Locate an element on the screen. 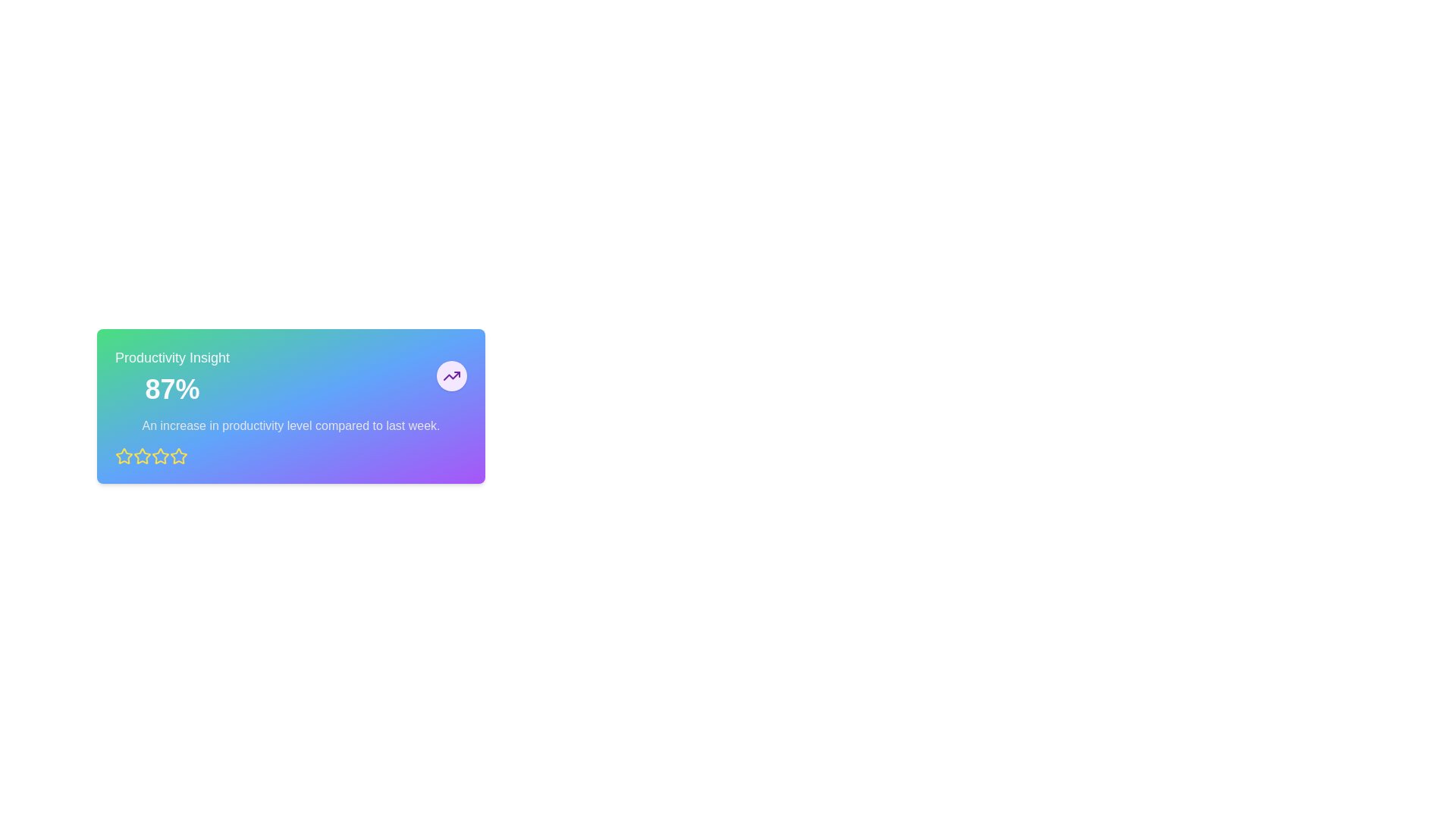 Image resolution: width=1456 pixels, height=819 pixels. the first star icon in the rating system is located at coordinates (124, 455).